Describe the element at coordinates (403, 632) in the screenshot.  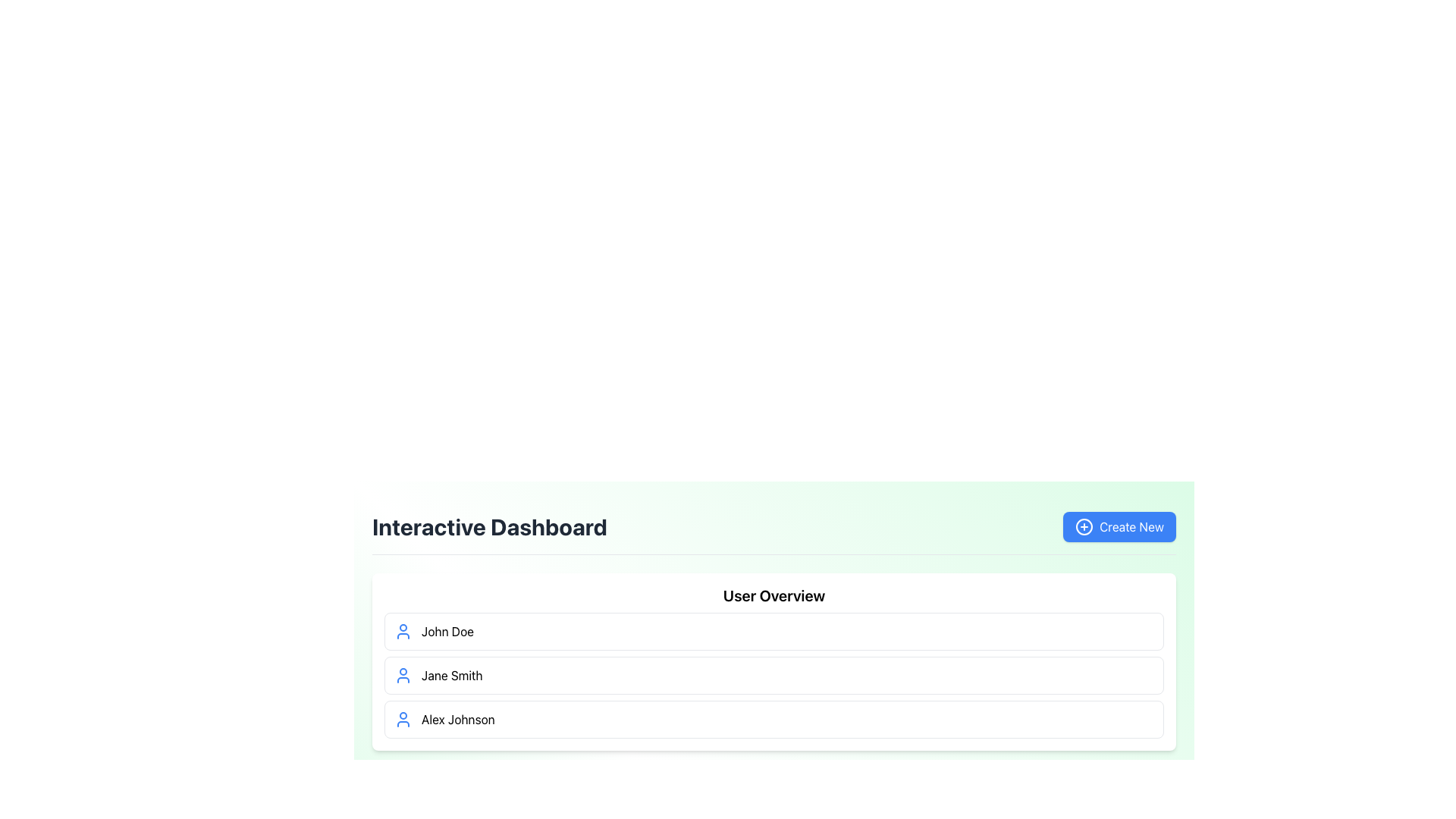
I see `the profile indicator icon` at that location.